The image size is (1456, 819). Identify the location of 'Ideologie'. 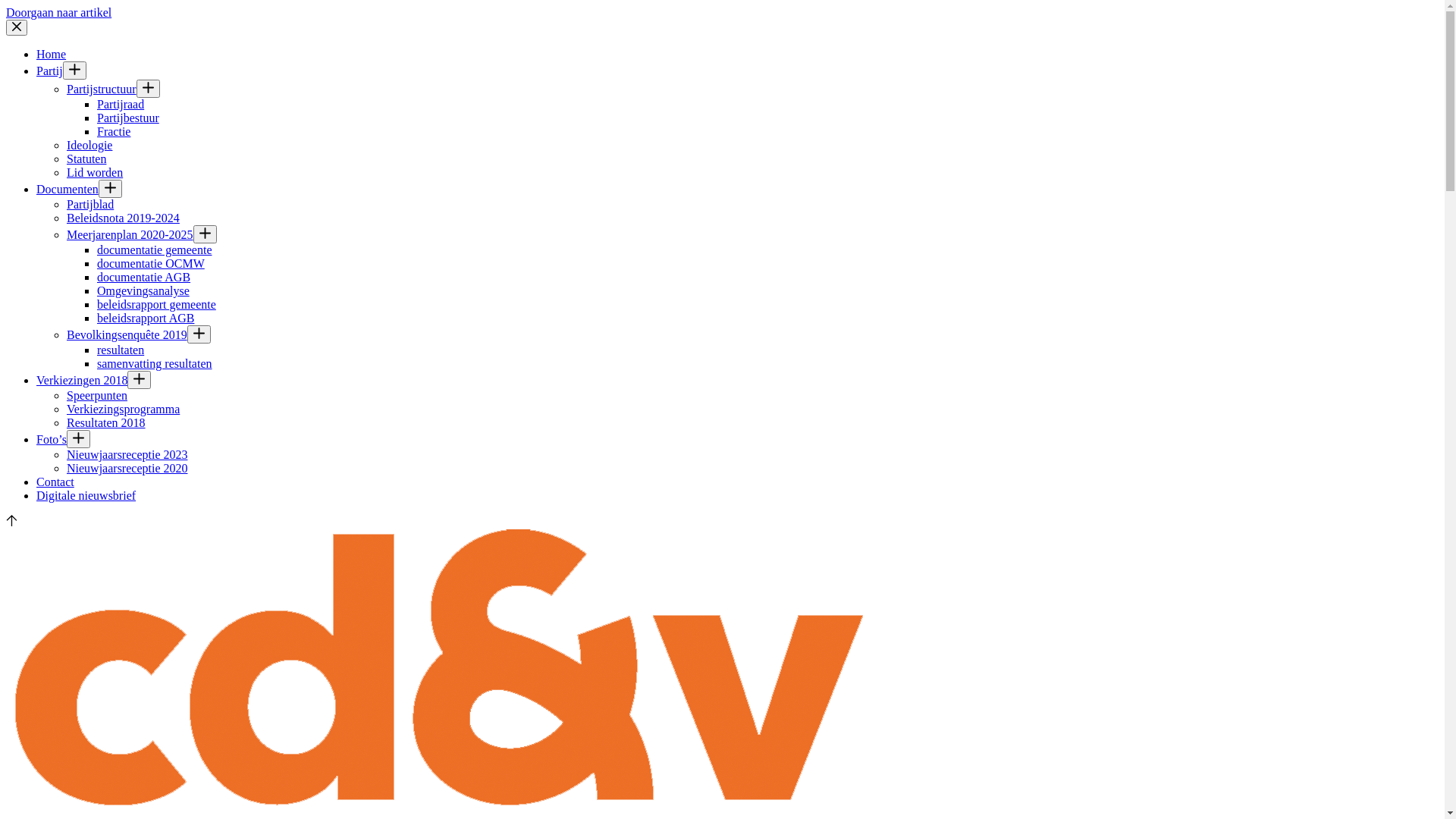
(89, 145).